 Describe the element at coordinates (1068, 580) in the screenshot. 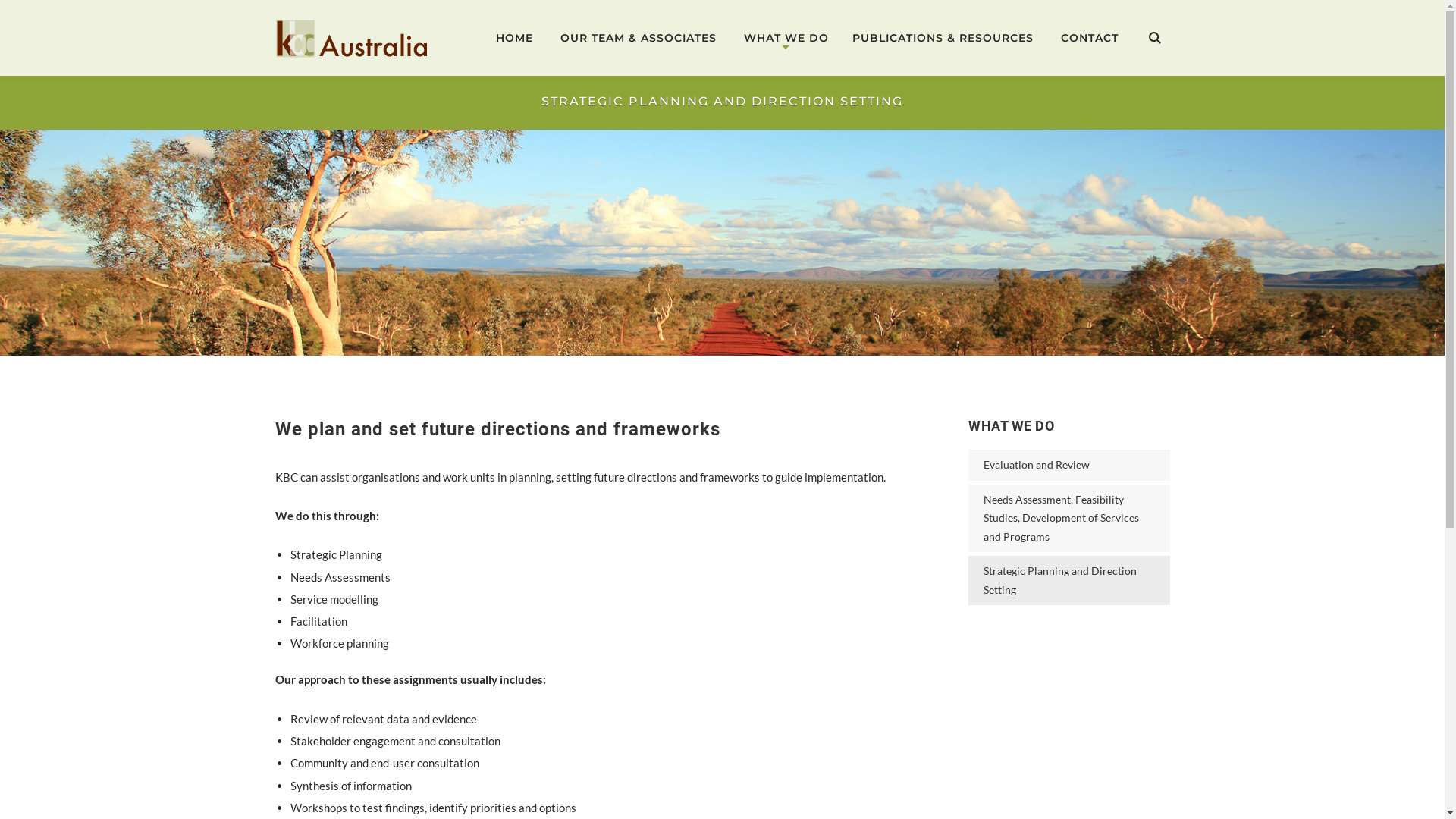

I see `'Strategic Planning and Direction Setting'` at that location.